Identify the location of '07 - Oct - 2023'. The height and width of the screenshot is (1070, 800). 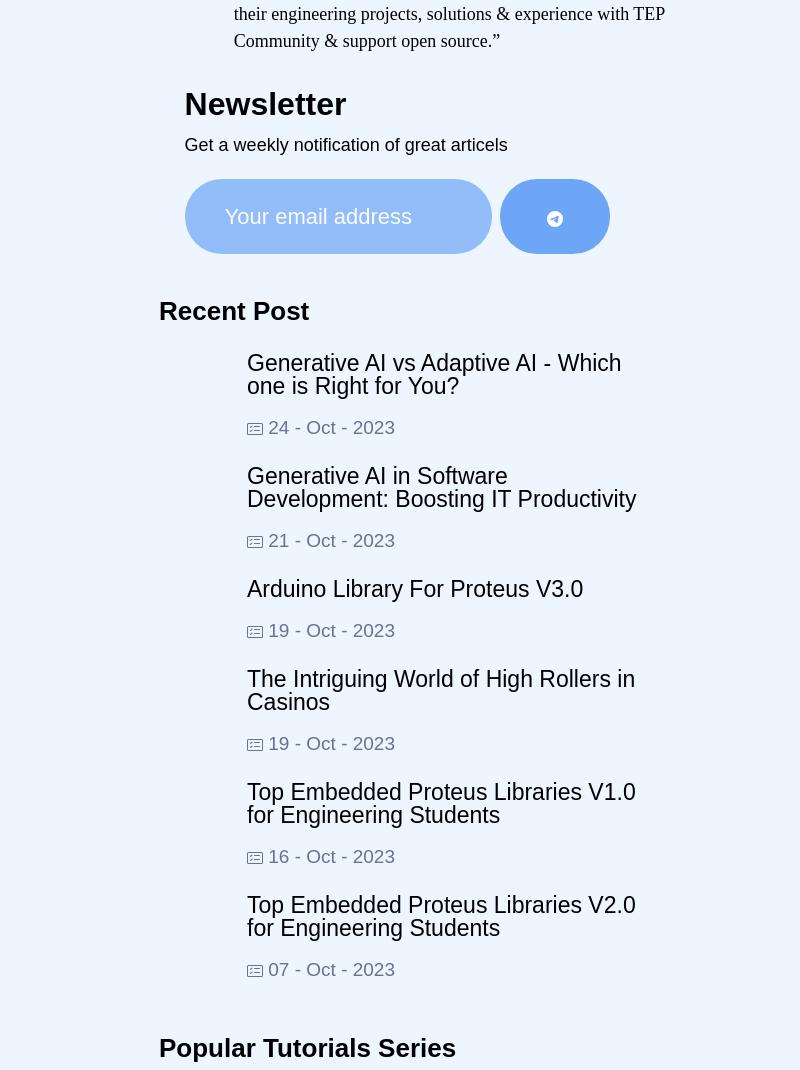
(328, 967).